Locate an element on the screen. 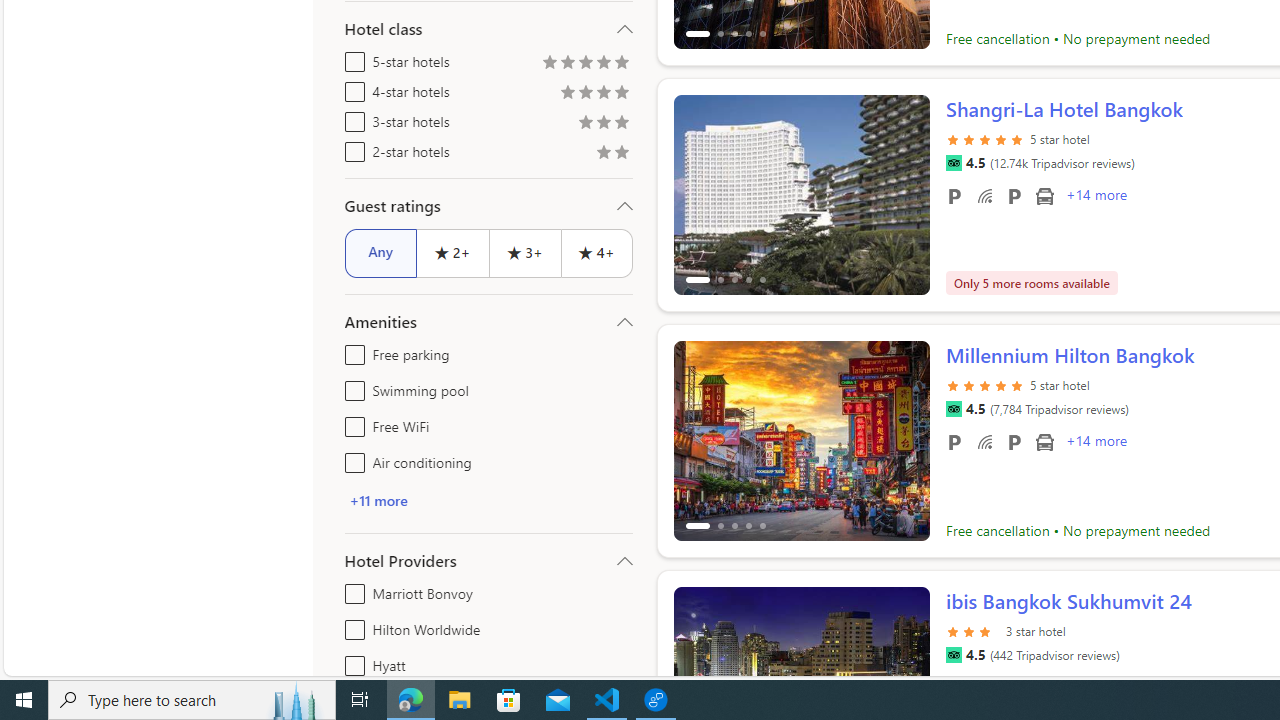 Image resolution: width=1280 pixels, height=720 pixels. 'Hotel Providers' is located at coordinates (488, 560).